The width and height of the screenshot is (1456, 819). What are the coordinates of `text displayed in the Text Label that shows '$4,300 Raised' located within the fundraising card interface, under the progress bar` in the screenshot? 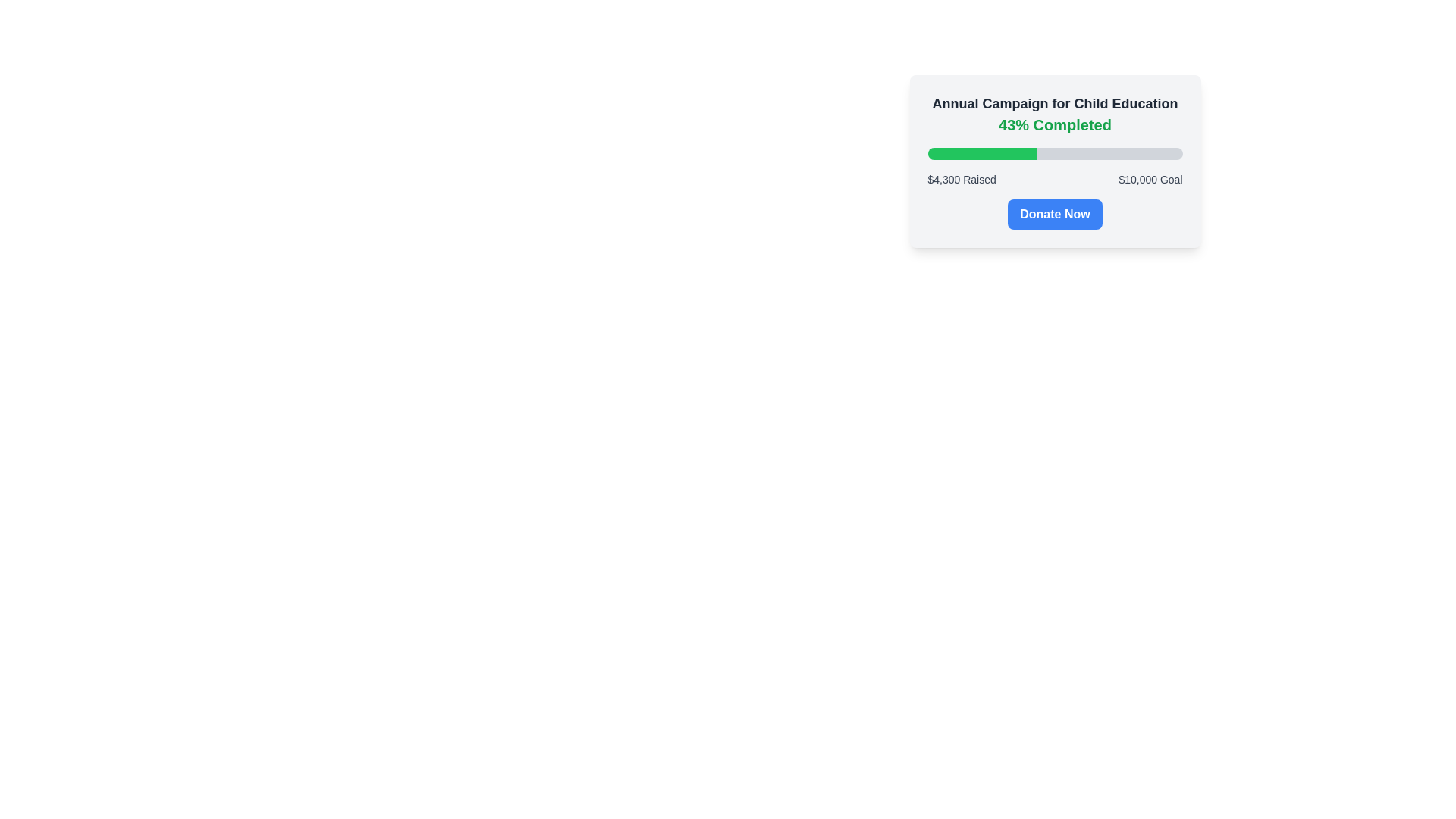 It's located at (961, 178).